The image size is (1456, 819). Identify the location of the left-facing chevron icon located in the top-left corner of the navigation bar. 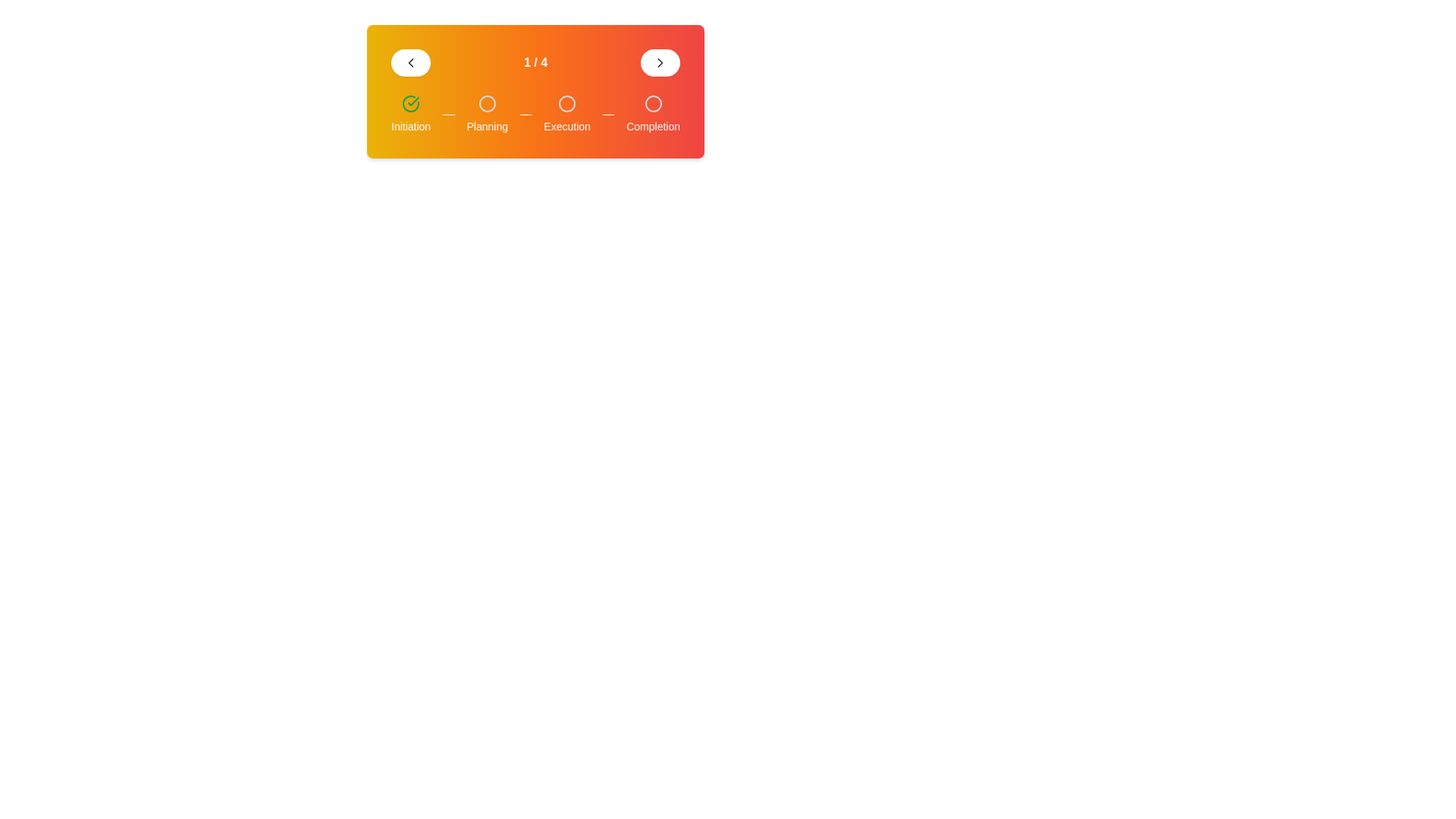
(411, 62).